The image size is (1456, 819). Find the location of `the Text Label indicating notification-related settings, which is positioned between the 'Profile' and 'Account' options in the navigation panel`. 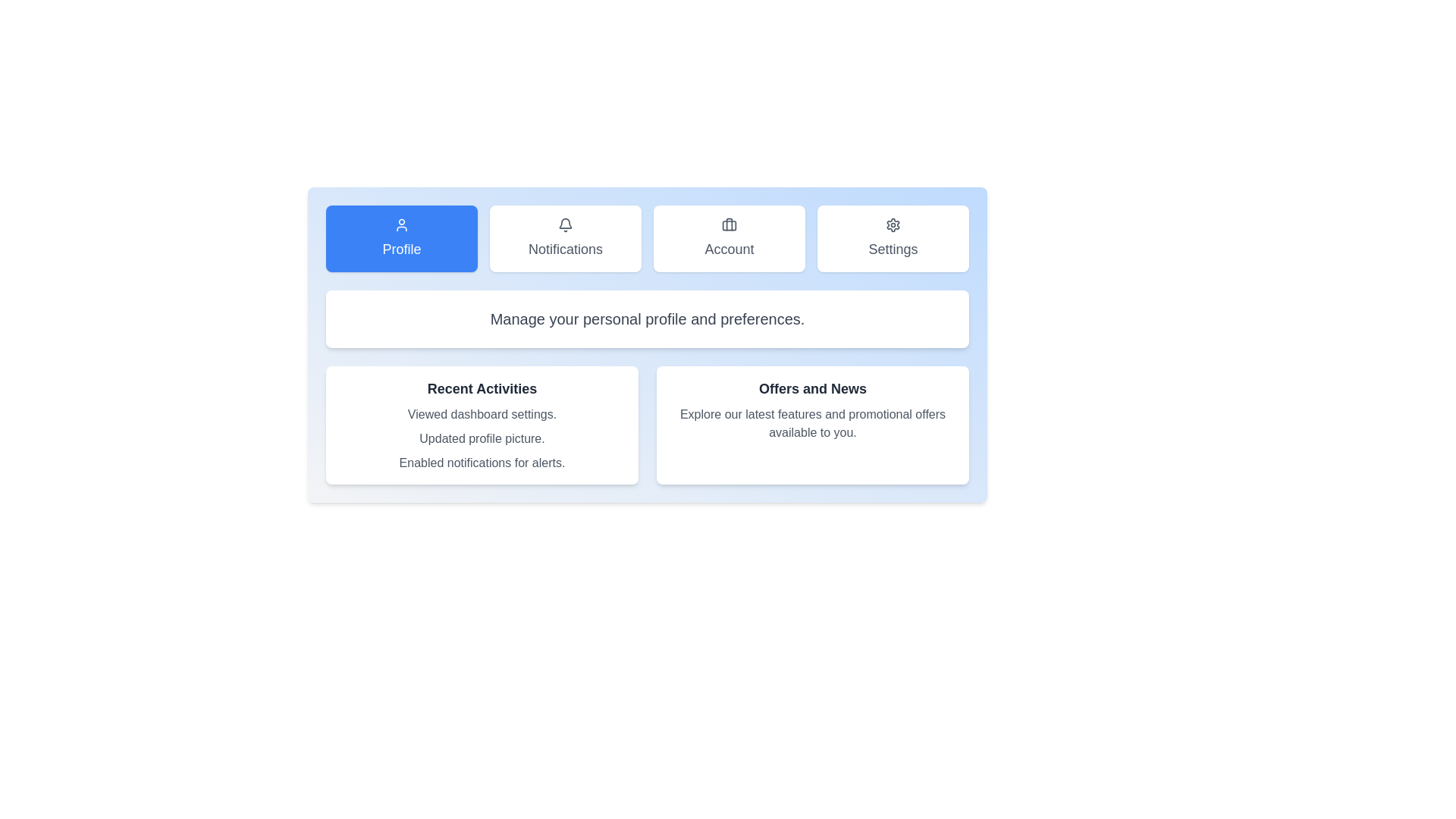

the Text Label indicating notification-related settings, which is positioned between the 'Profile' and 'Account' options in the navigation panel is located at coordinates (564, 248).